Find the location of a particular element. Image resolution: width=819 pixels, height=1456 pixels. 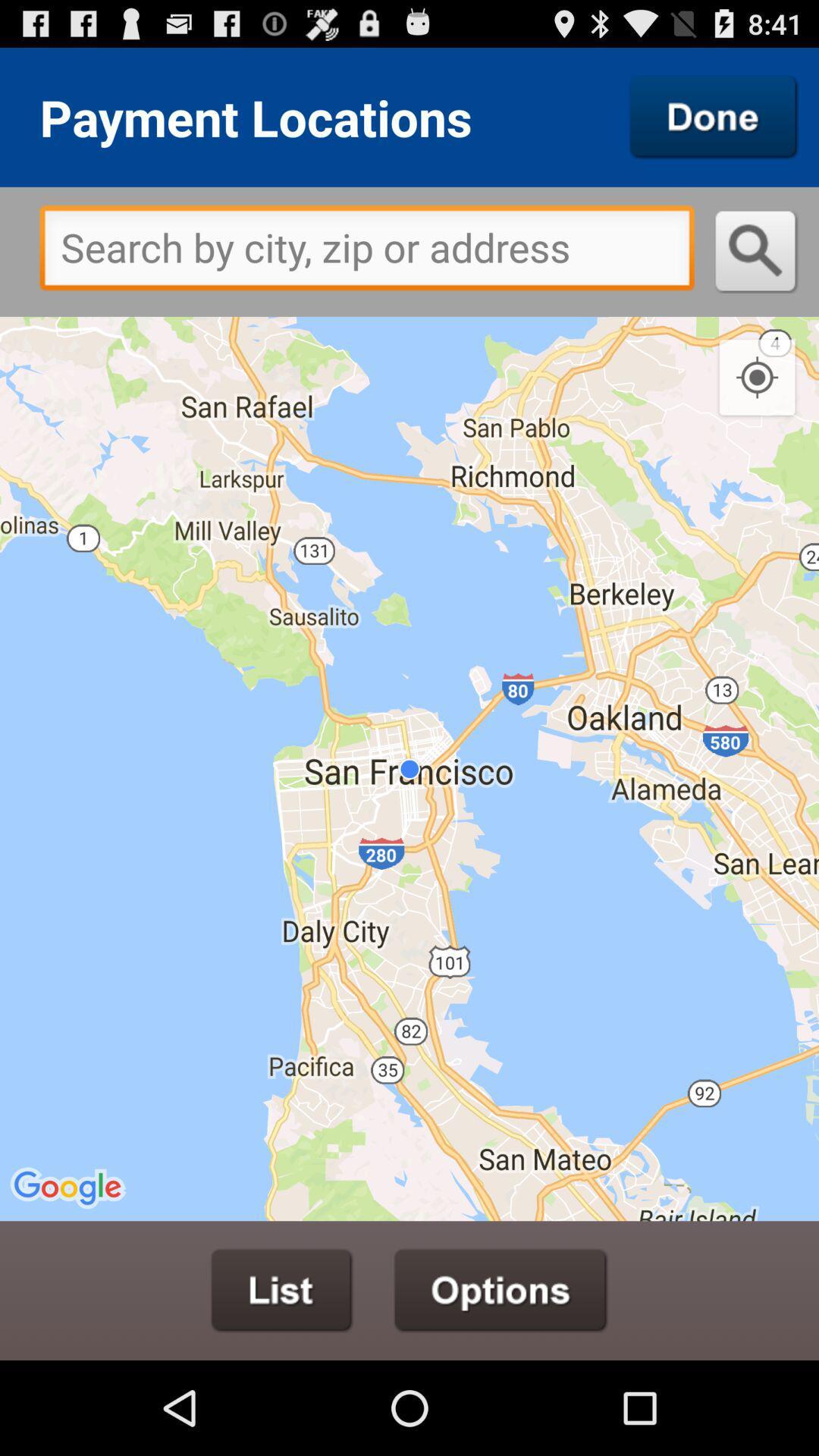

search is located at coordinates (714, 116).